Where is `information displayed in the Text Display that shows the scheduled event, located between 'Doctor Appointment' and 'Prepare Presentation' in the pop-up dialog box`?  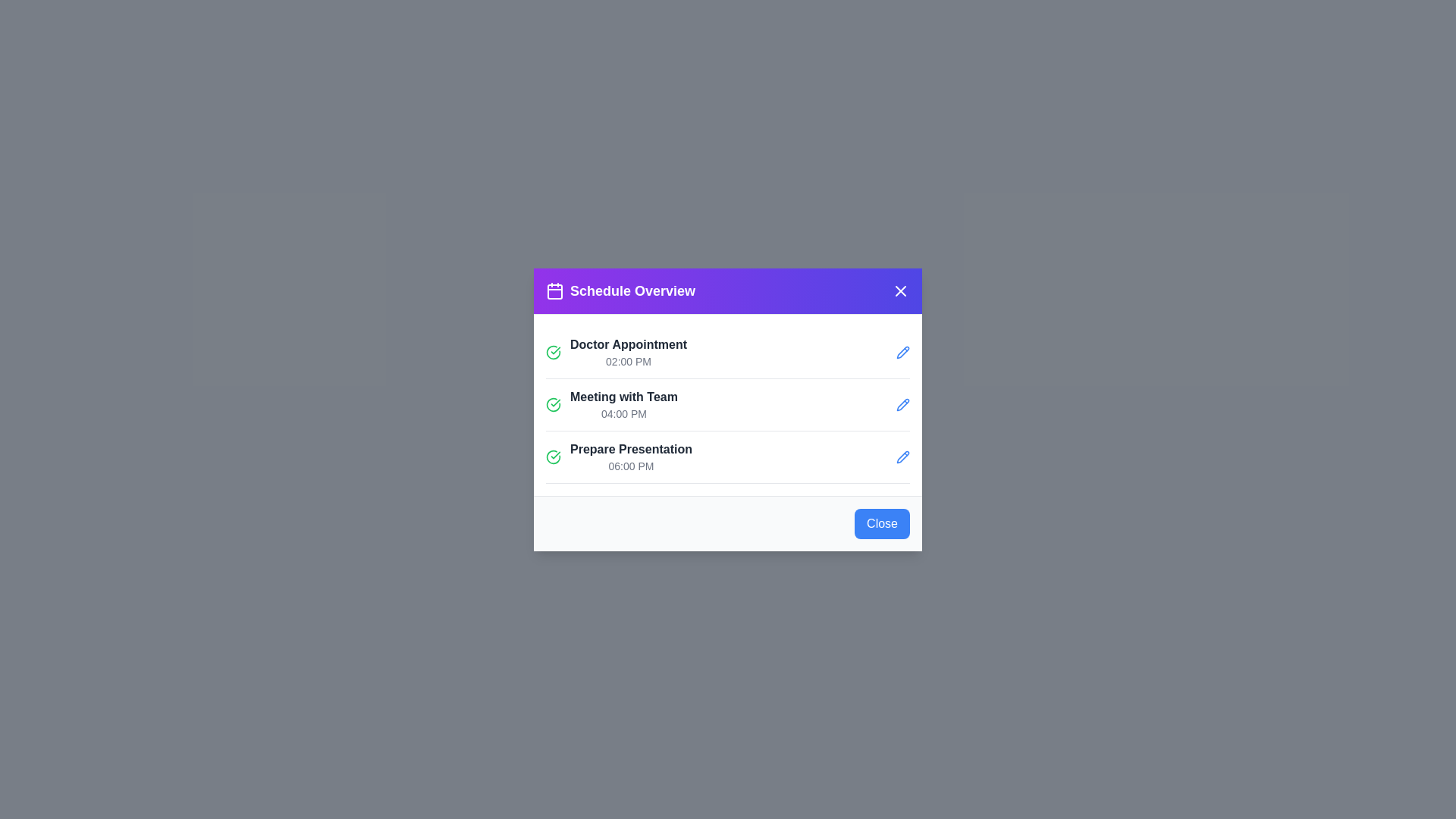 information displayed in the Text Display that shows the scheduled event, located between 'Doctor Appointment' and 'Prepare Presentation' in the pop-up dialog box is located at coordinates (623, 403).